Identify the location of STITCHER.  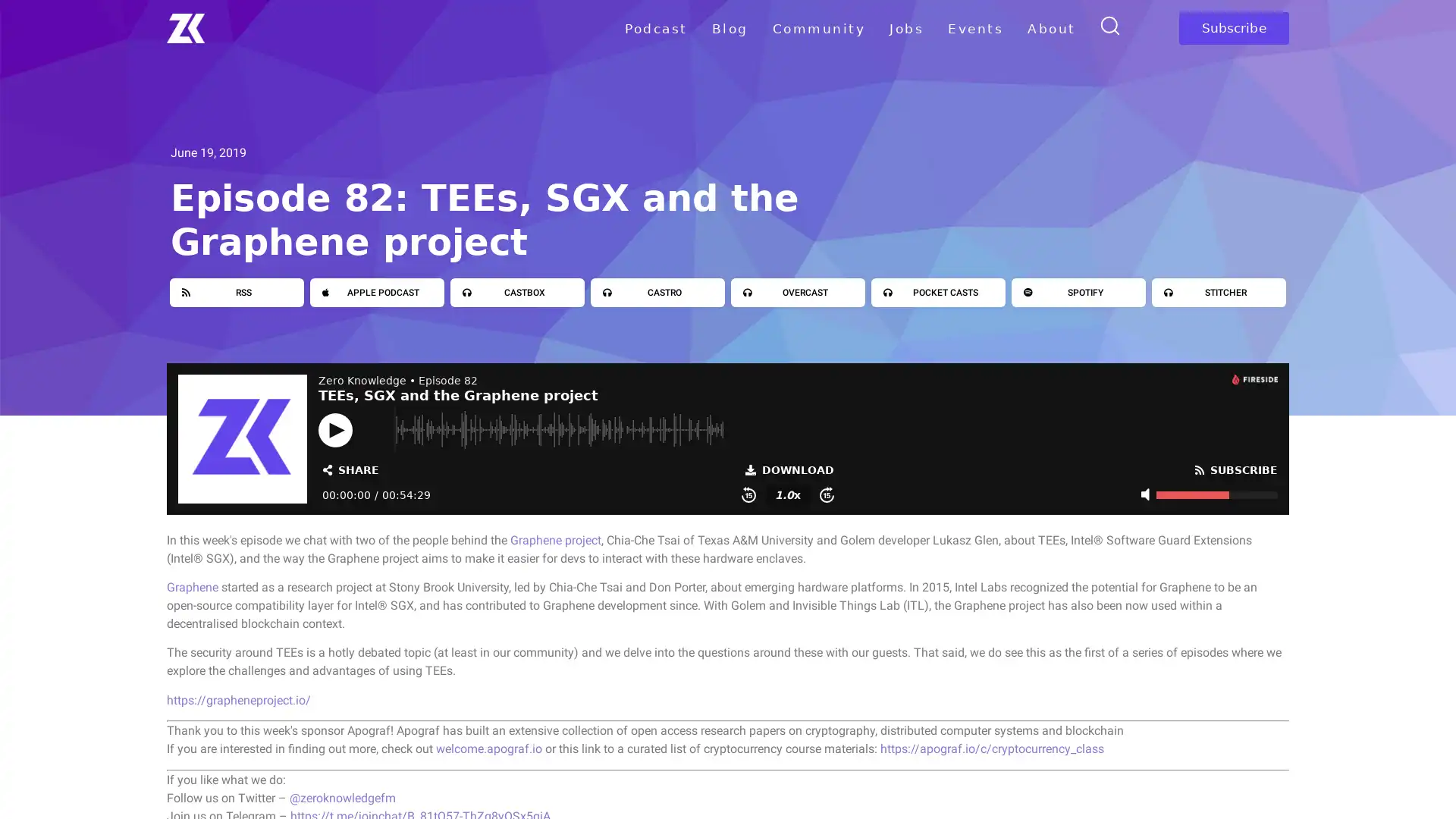
(1219, 292).